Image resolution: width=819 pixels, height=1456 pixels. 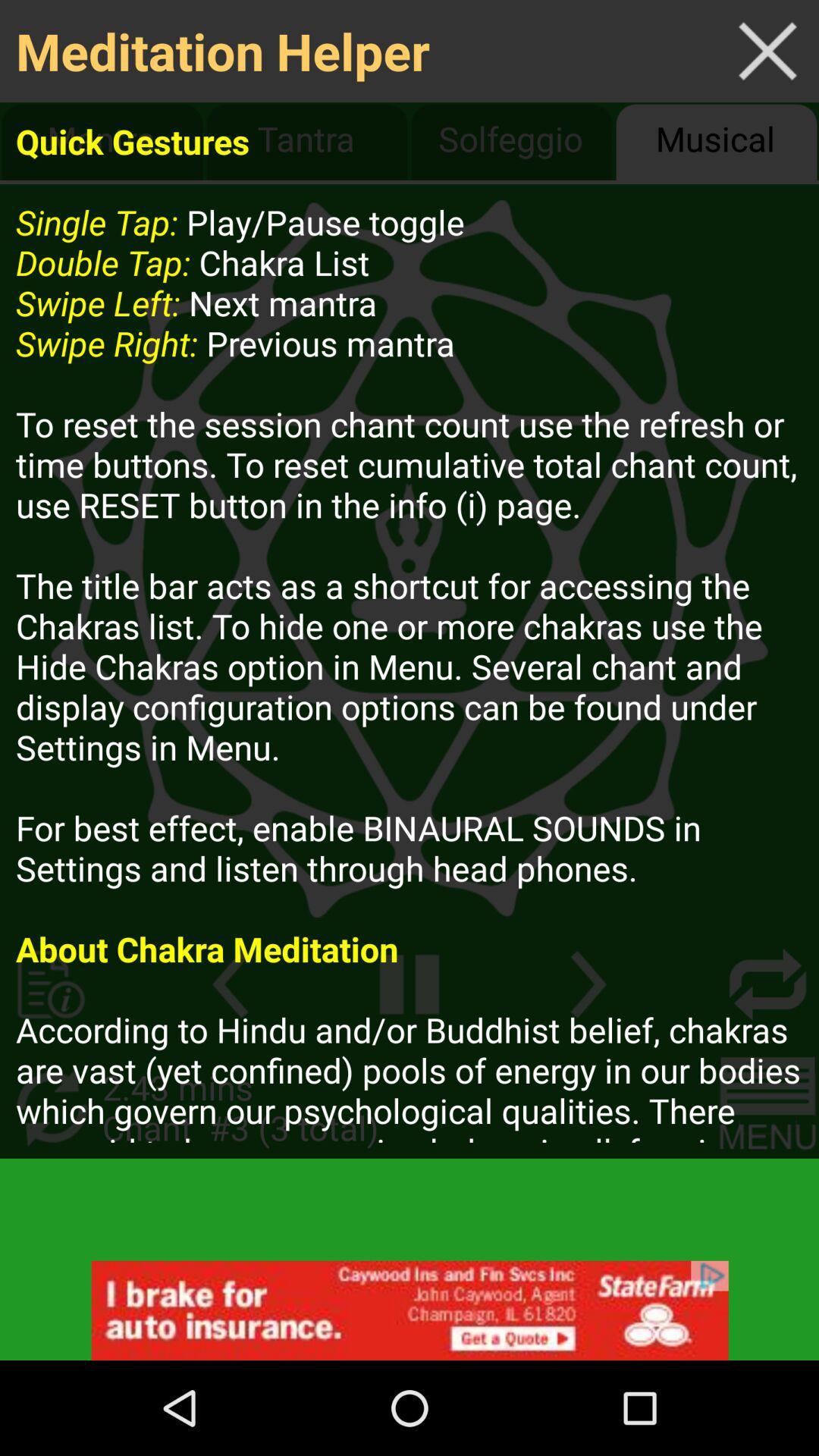 What do you see at coordinates (409, 1053) in the screenshot?
I see `the pause icon` at bounding box center [409, 1053].